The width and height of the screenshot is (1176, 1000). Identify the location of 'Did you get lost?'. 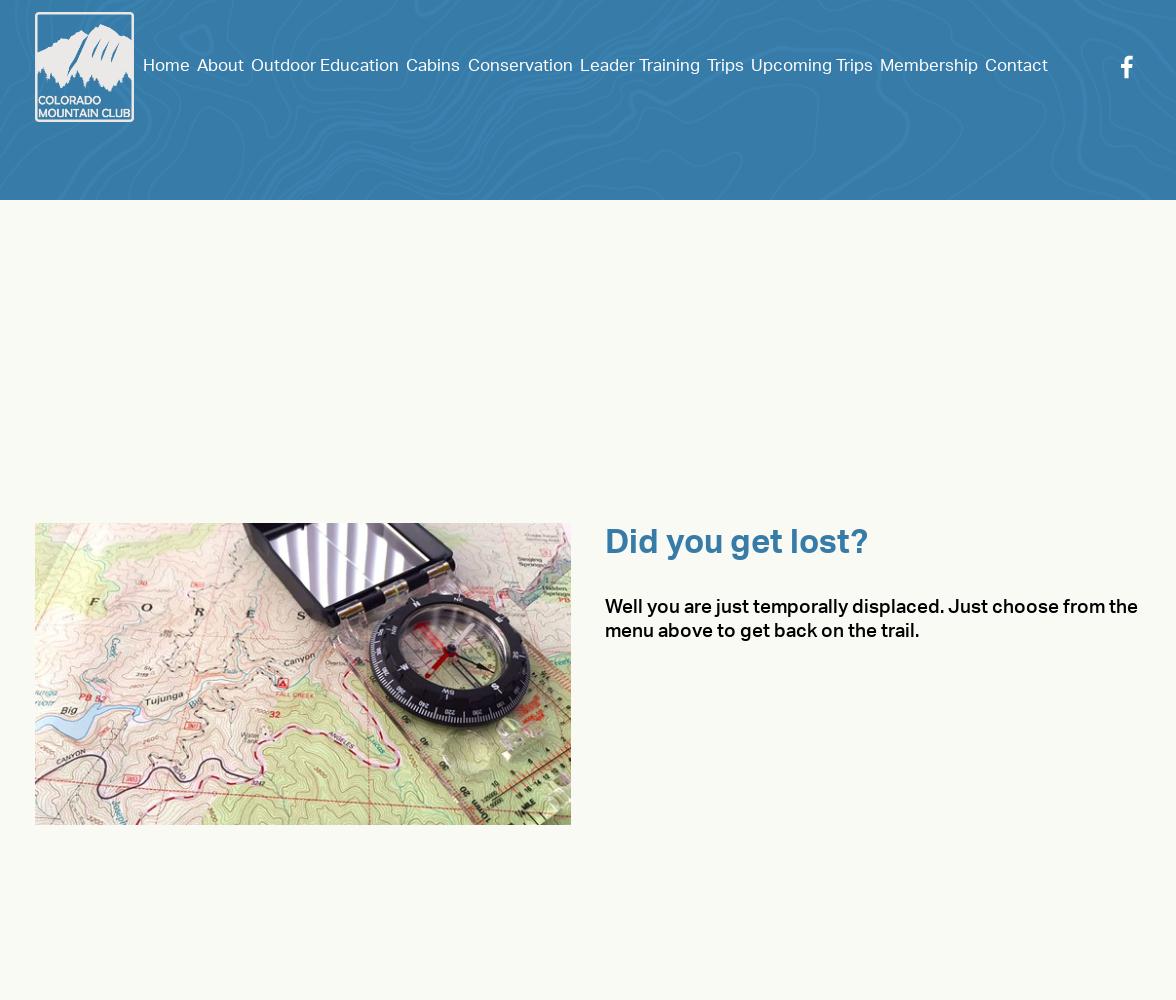
(740, 542).